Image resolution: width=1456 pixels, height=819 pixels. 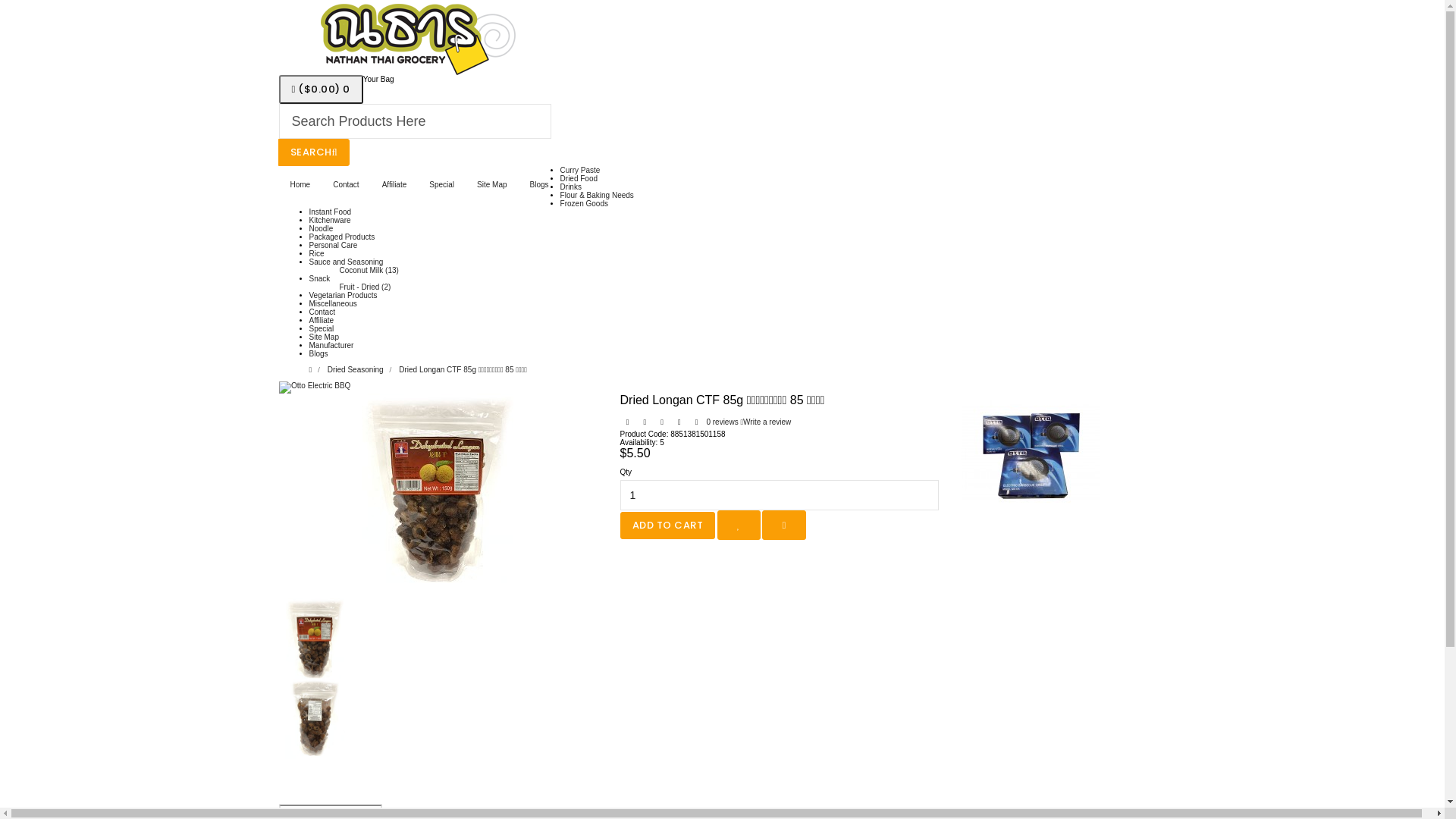 What do you see at coordinates (309, 212) in the screenshot?
I see `'Instant Food'` at bounding box center [309, 212].